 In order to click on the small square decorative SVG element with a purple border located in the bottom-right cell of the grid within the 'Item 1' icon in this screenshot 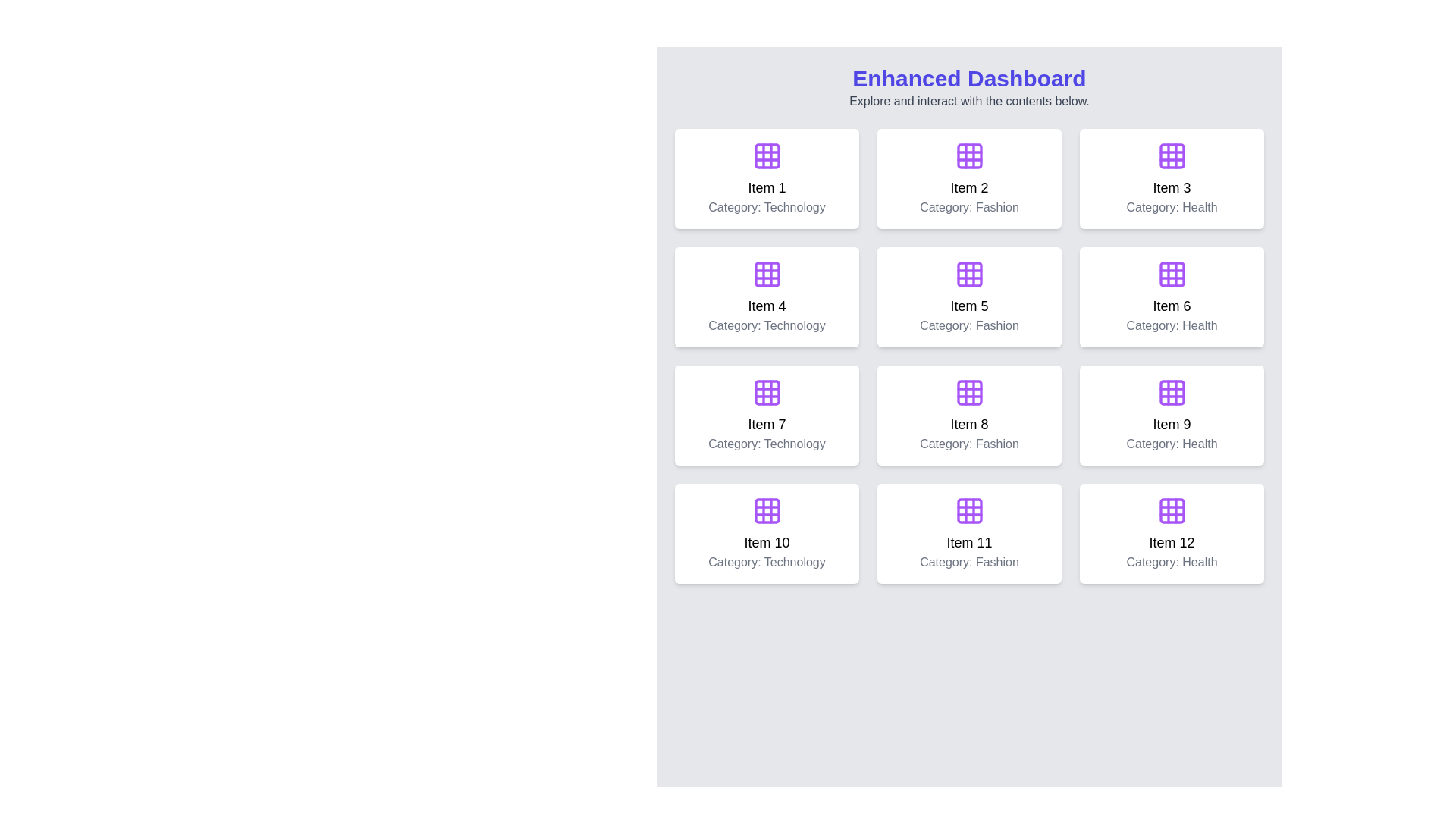, I will do `click(767, 155)`.